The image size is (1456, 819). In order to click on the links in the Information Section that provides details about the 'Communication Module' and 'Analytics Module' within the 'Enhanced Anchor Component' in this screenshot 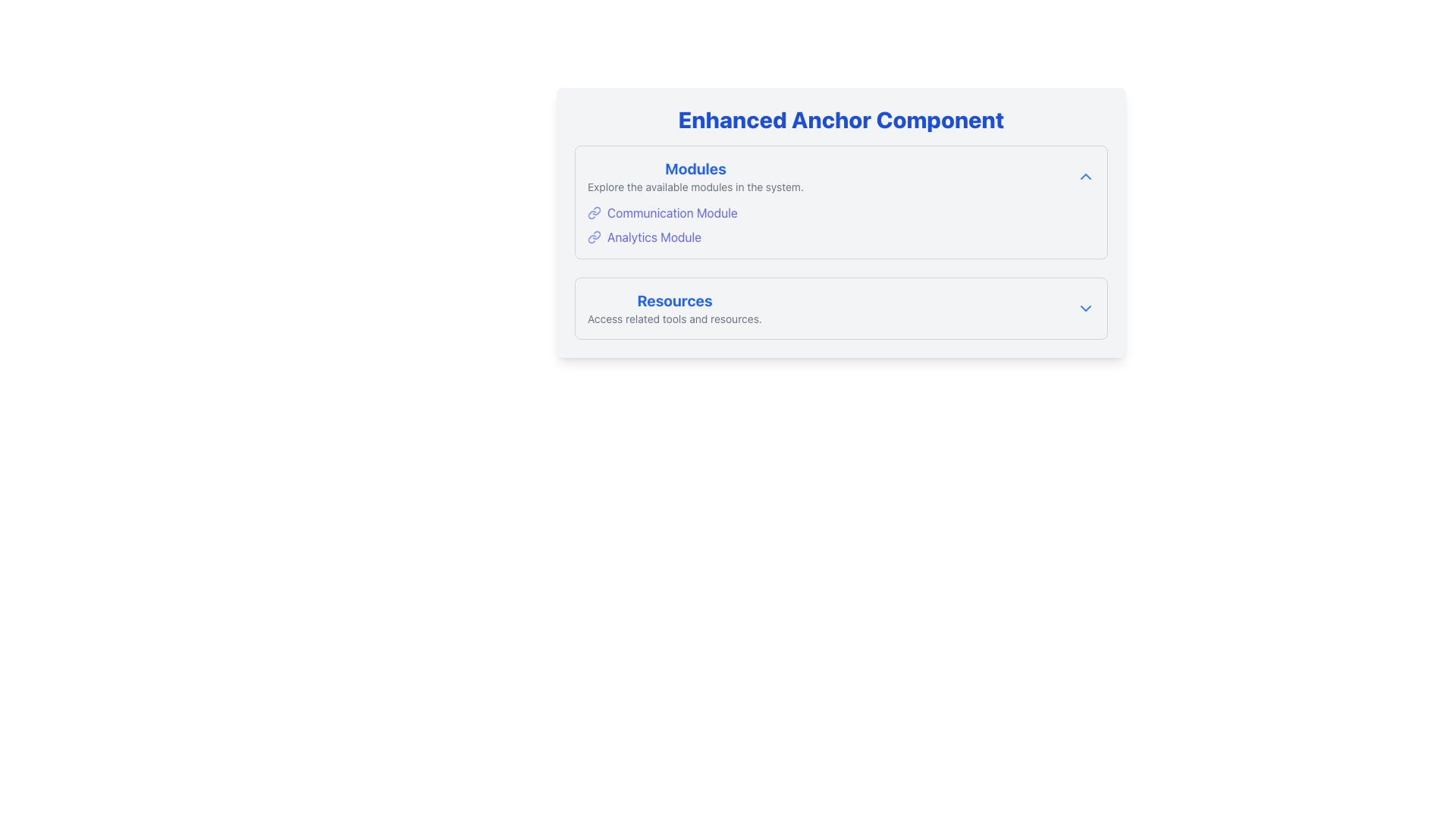, I will do `click(840, 201)`.